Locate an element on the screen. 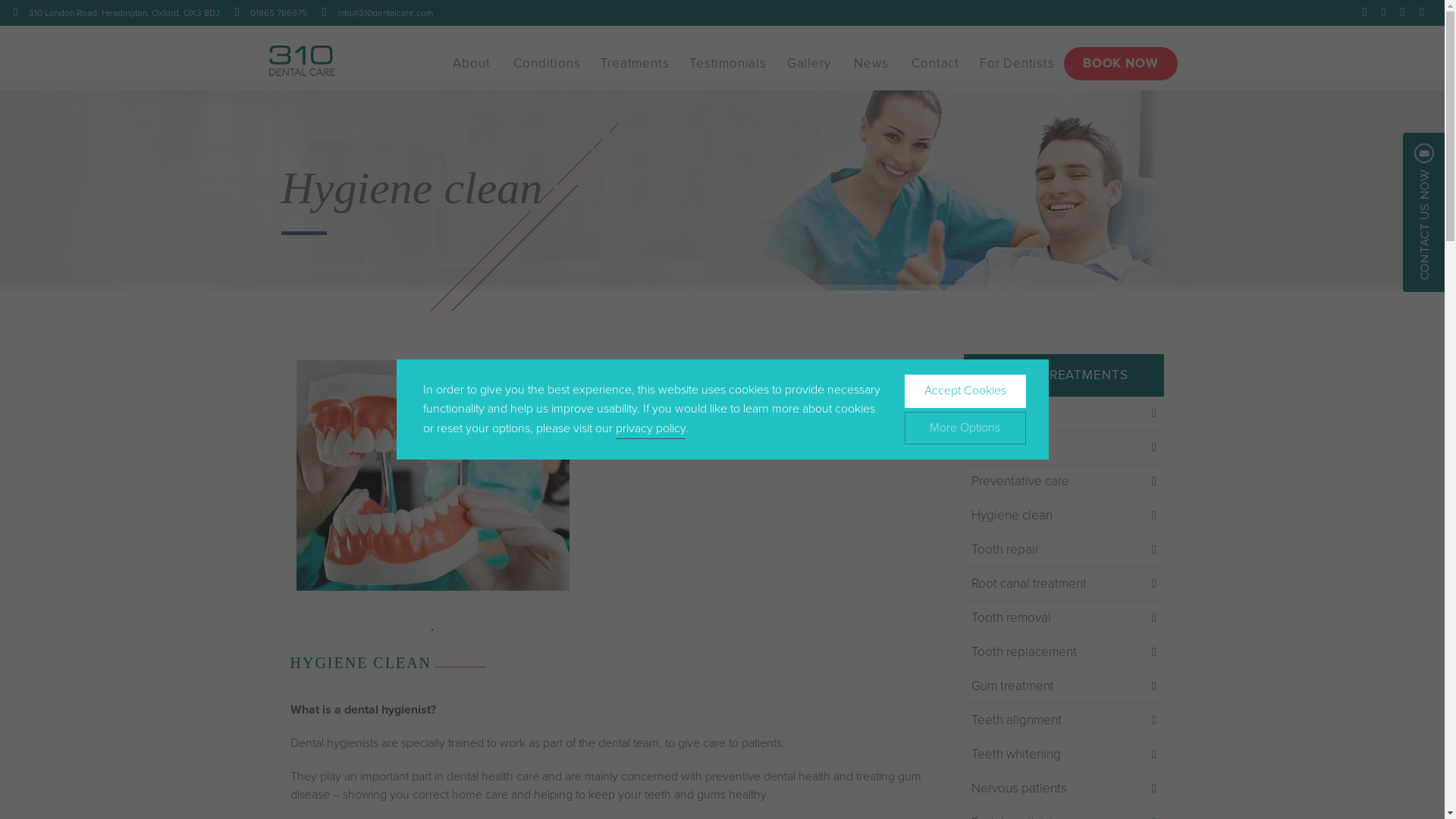 The width and height of the screenshot is (1456, 819). 'Tooth replacement' is located at coordinates (1062, 651).